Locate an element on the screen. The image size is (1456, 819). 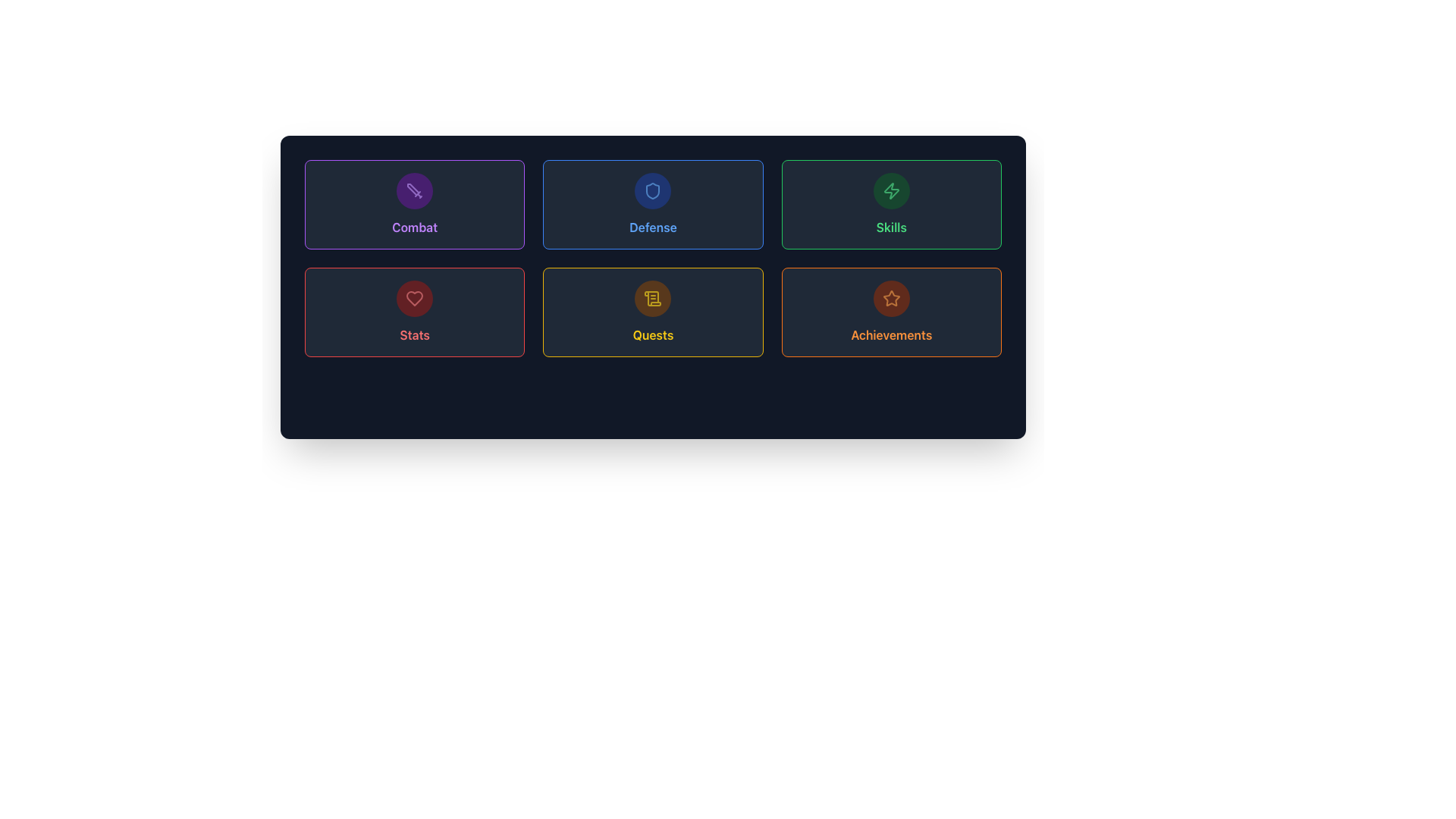
the 'Quests' icon located in the bottom row of the grid layout, positioned between 'Stats' and 'Achievements' is located at coordinates (653, 298).